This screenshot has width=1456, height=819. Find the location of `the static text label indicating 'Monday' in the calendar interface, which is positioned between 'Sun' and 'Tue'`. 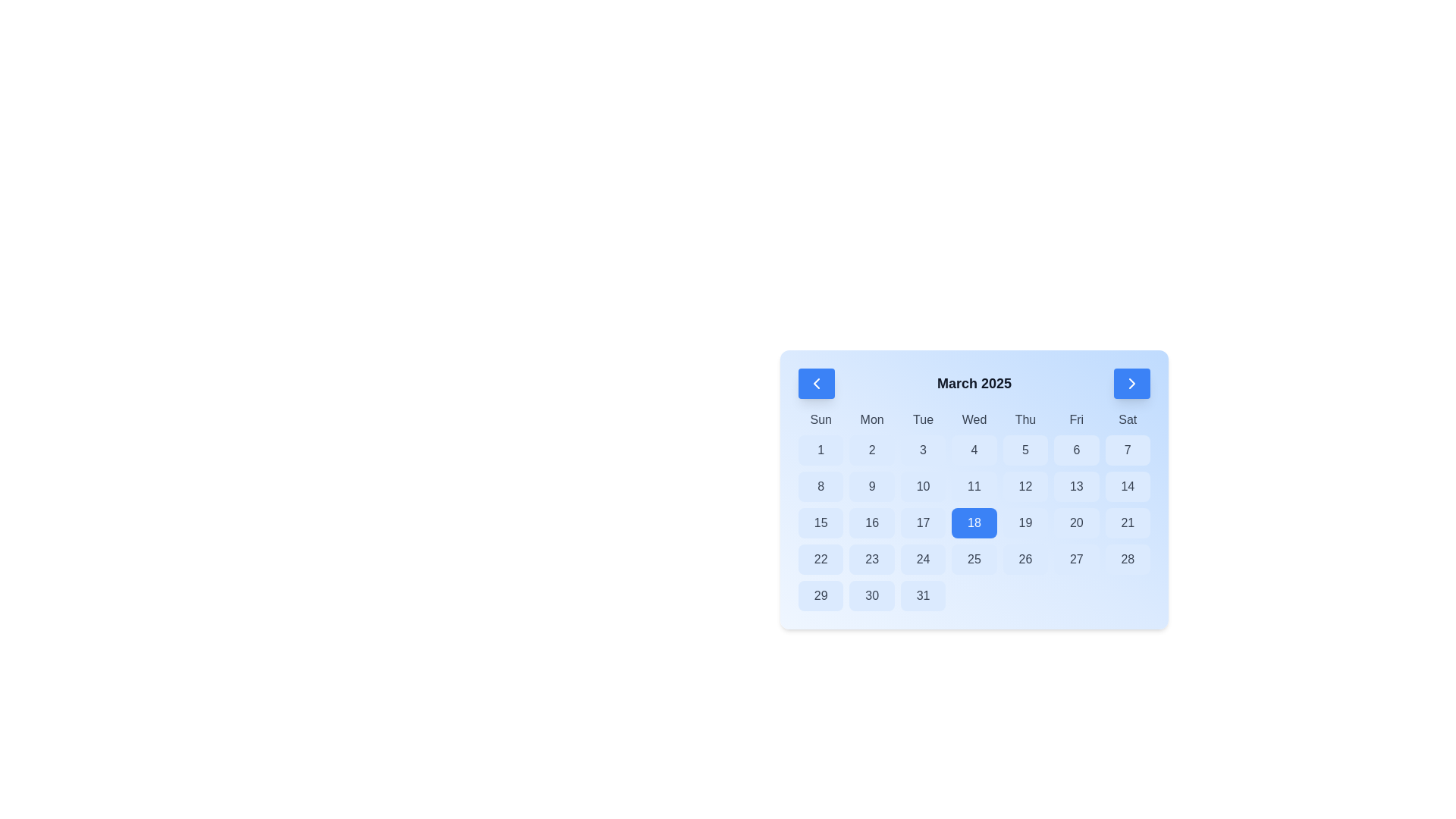

the static text label indicating 'Monday' in the calendar interface, which is positioned between 'Sun' and 'Tue' is located at coordinates (872, 420).